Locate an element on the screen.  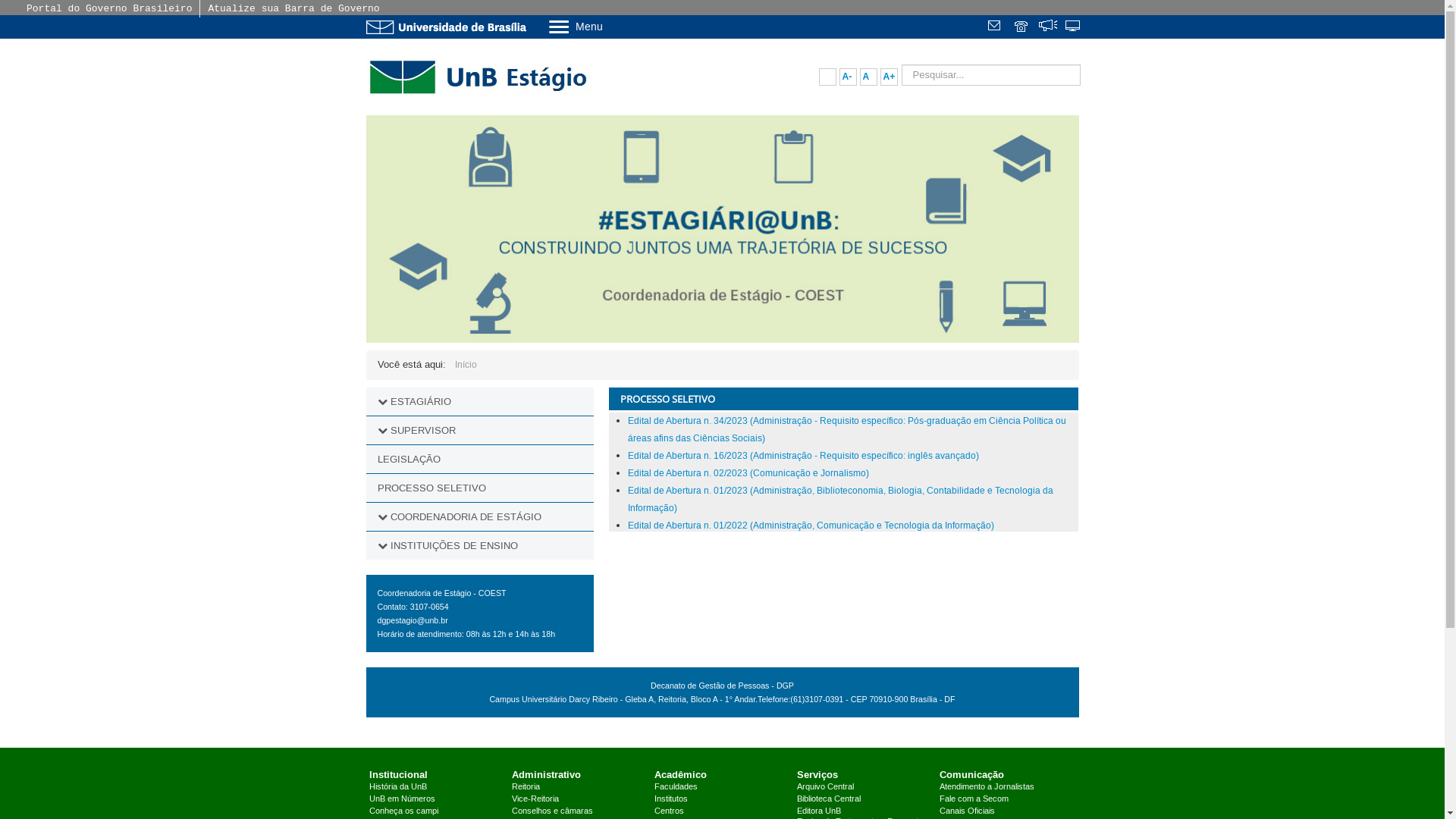
'Fala.BR' is located at coordinates (1037, 27).